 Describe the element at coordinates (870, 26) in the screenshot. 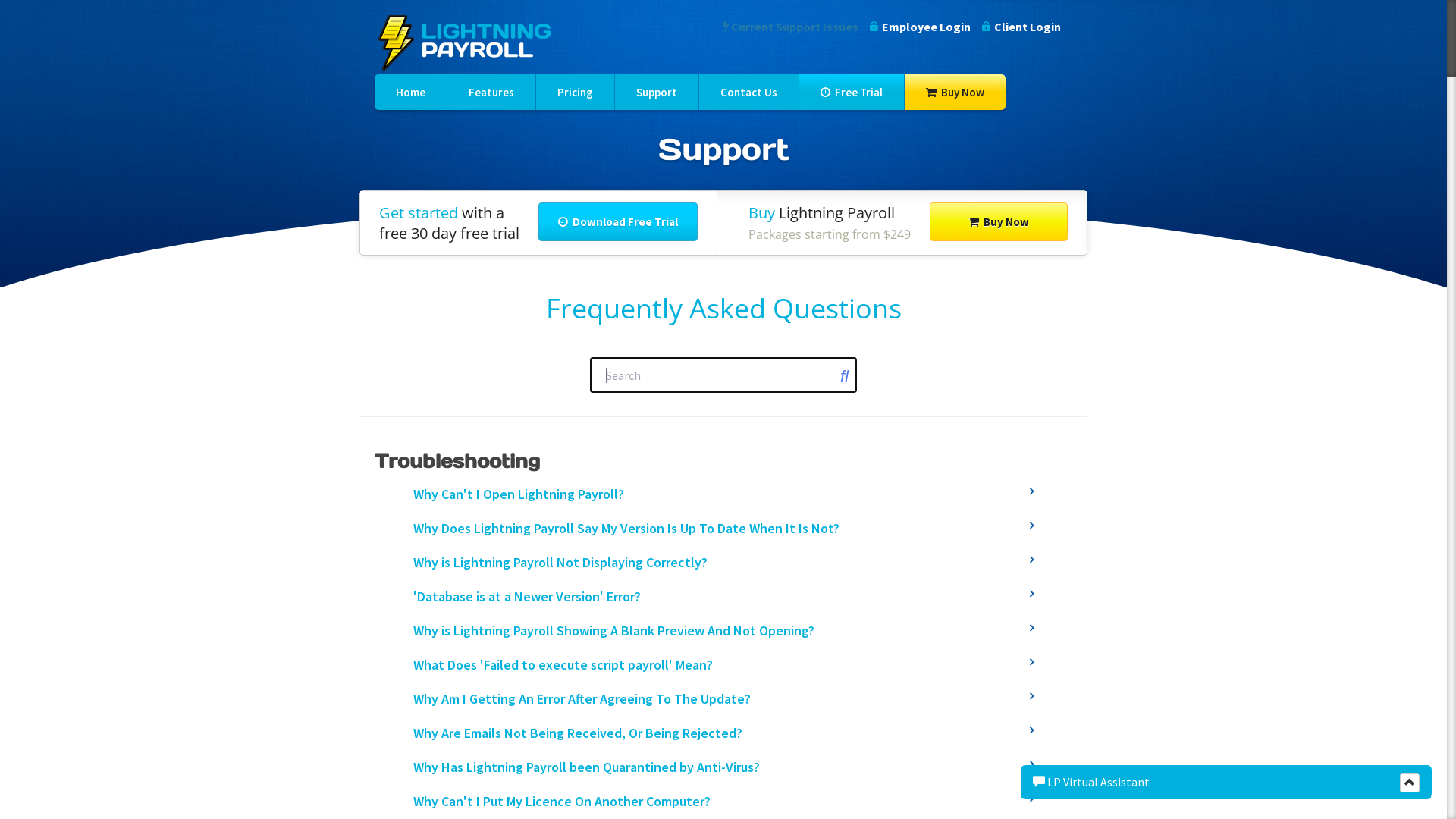

I see `'Employee Login'` at that location.